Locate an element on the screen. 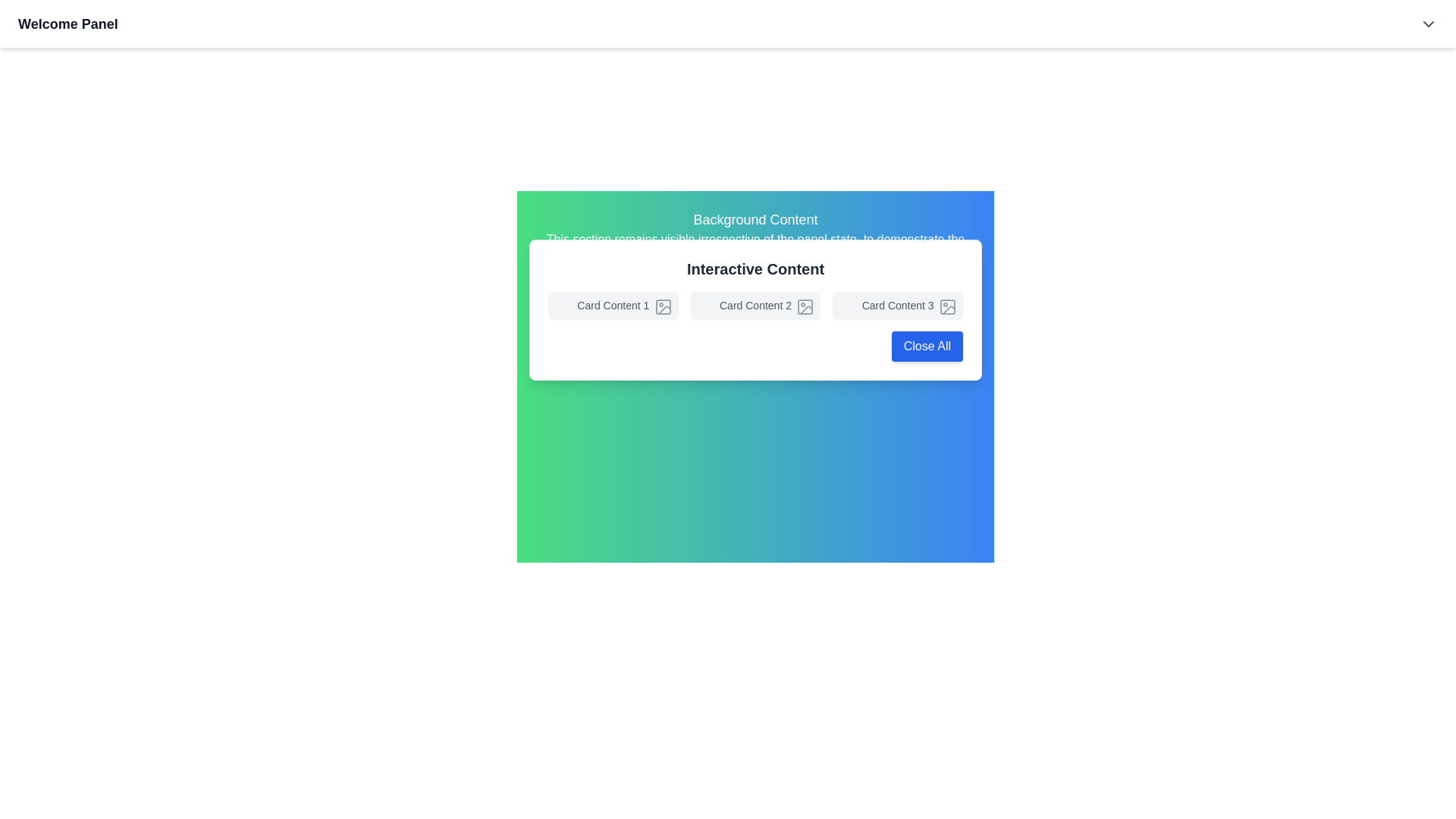 This screenshot has width=1456, height=819. the decorative graphical UI element, which is a rounded rectangular shape with light gray tone, located to the right of the text 'Card Content 1' in the modal window is located at coordinates (663, 307).